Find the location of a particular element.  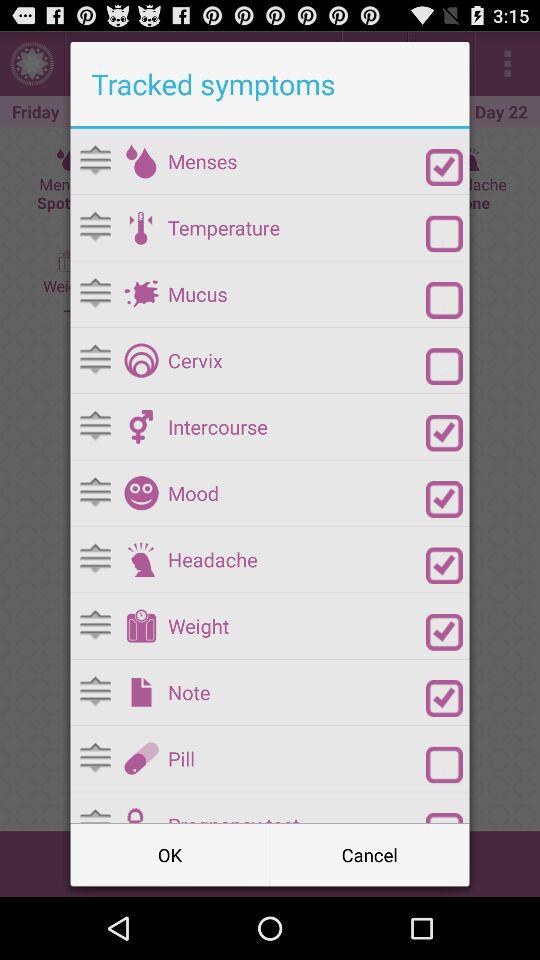

the cervix app is located at coordinates (296, 360).